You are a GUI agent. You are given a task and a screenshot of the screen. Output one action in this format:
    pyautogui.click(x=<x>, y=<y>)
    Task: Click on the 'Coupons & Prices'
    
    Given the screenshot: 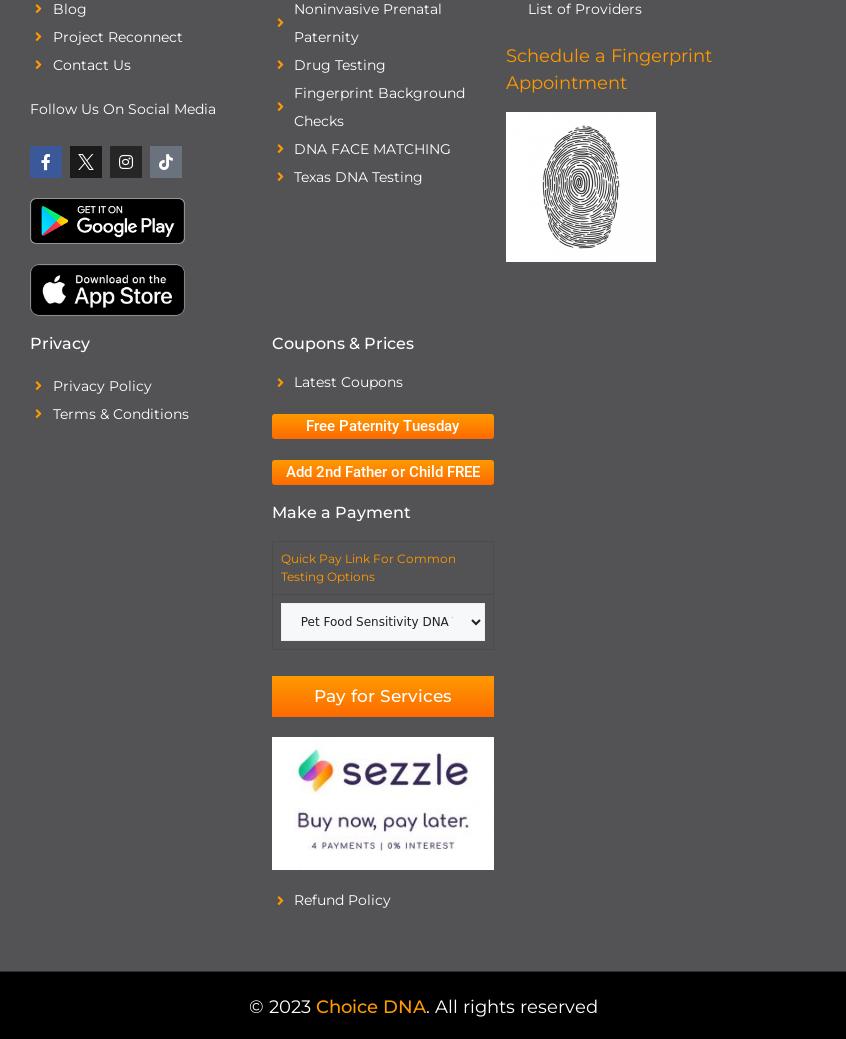 What is the action you would take?
    pyautogui.click(x=341, y=343)
    